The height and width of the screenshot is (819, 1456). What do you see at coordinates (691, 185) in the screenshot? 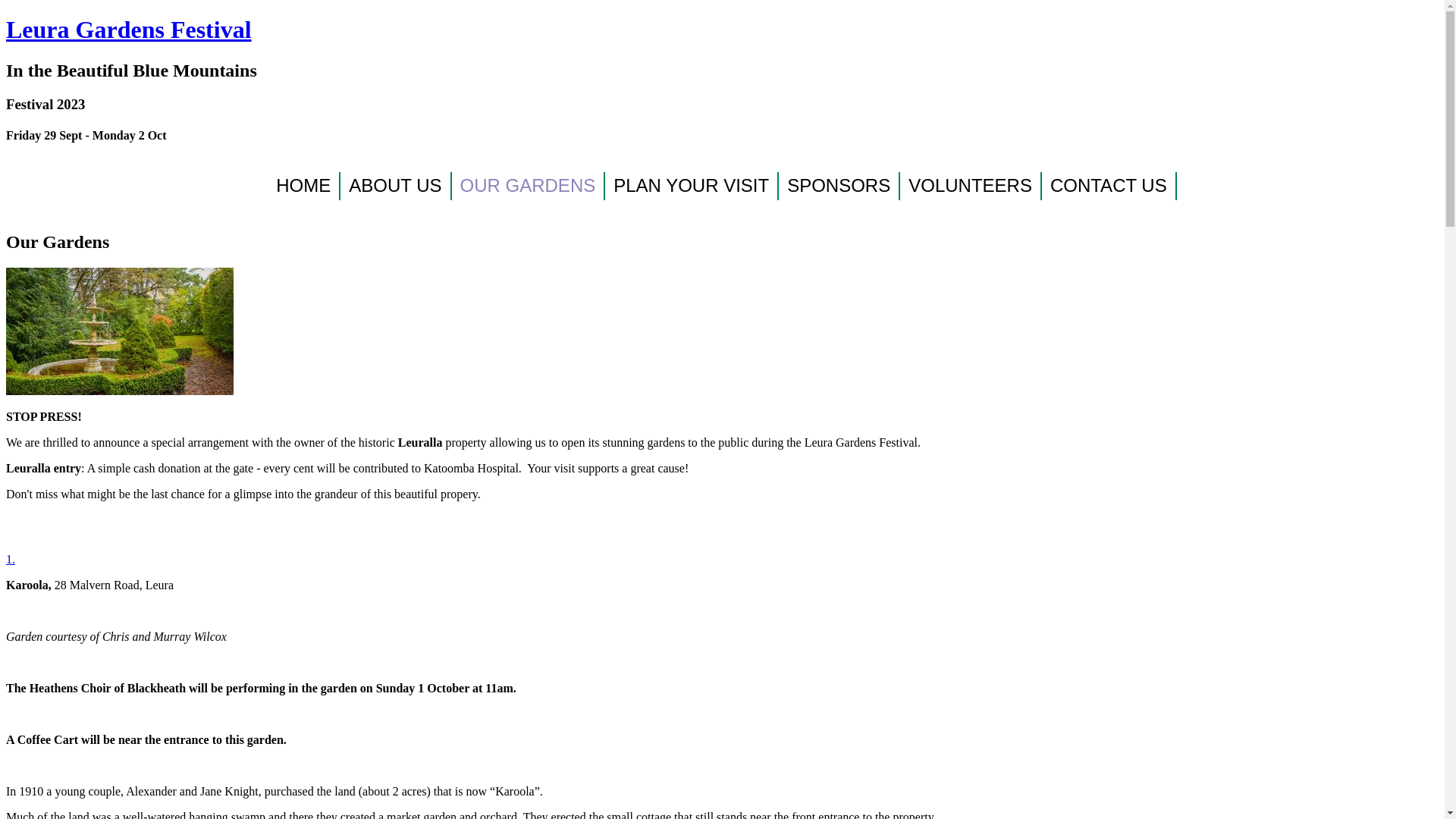
I see `'PLAN YOUR VISIT'` at bounding box center [691, 185].